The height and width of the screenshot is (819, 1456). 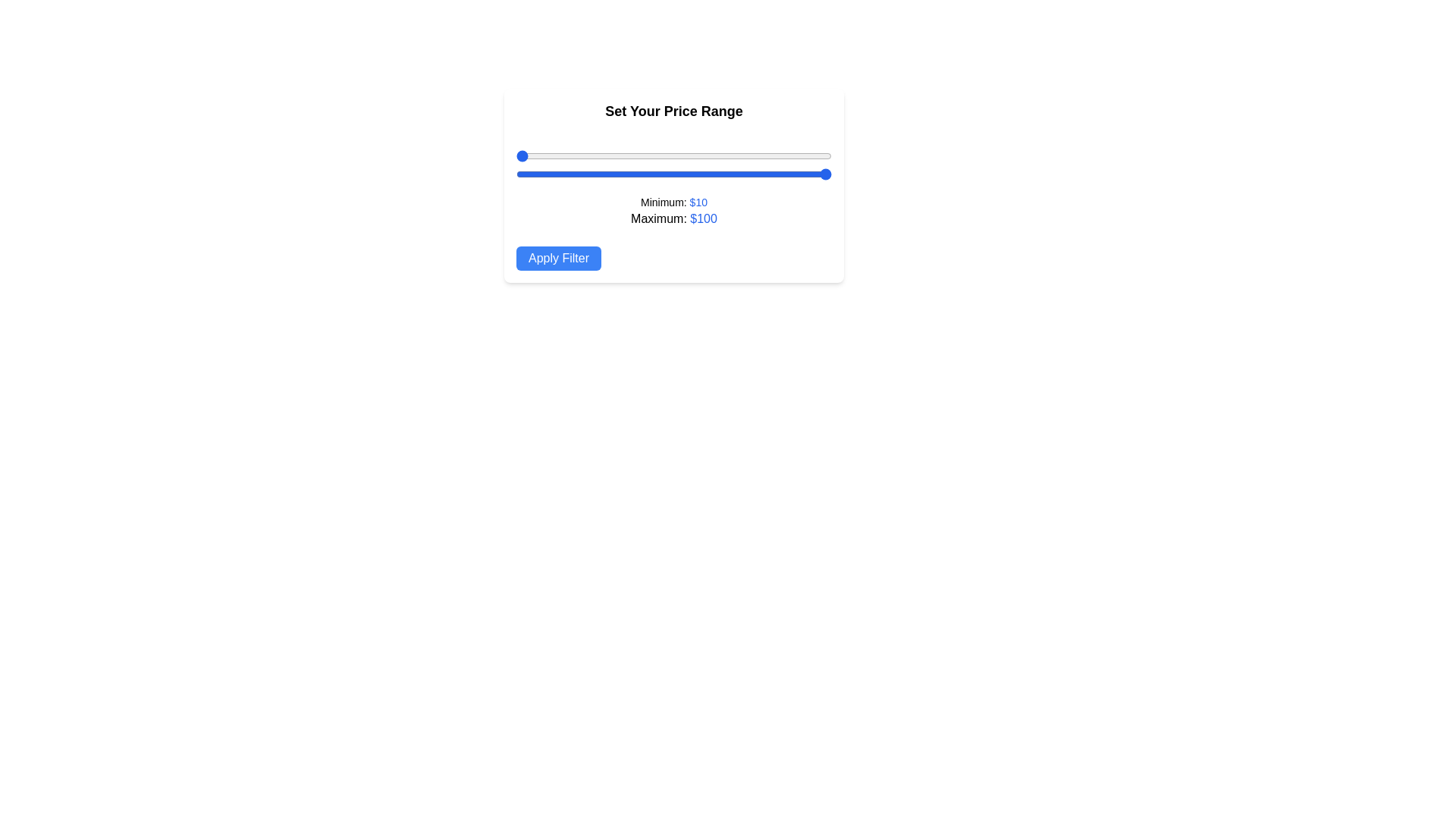 What do you see at coordinates (704, 174) in the screenshot?
I see `the slider` at bounding box center [704, 174].